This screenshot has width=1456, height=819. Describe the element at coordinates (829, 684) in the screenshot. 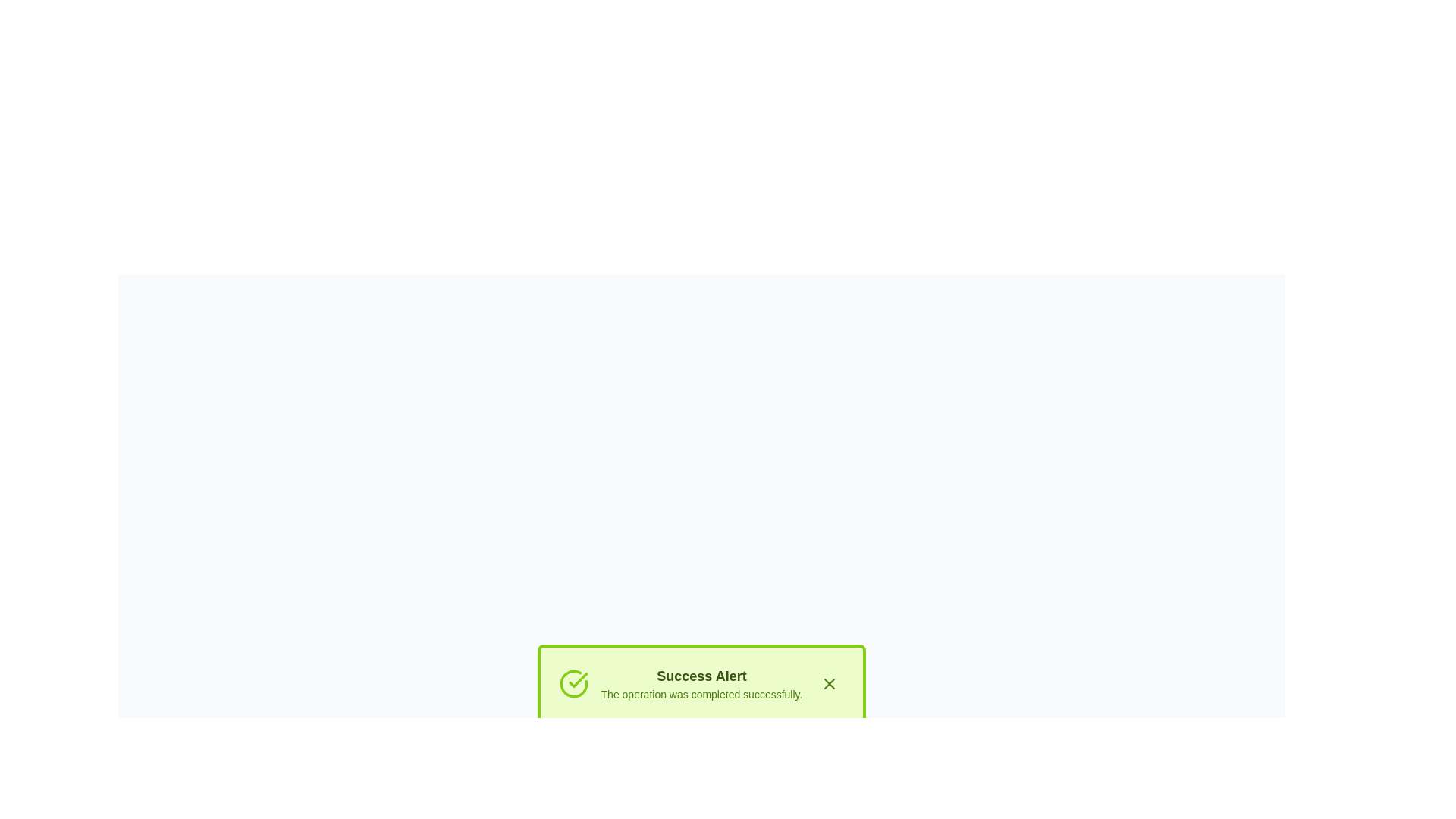

I see `the close icon located in the top-right corner of the success alert box` at that location.